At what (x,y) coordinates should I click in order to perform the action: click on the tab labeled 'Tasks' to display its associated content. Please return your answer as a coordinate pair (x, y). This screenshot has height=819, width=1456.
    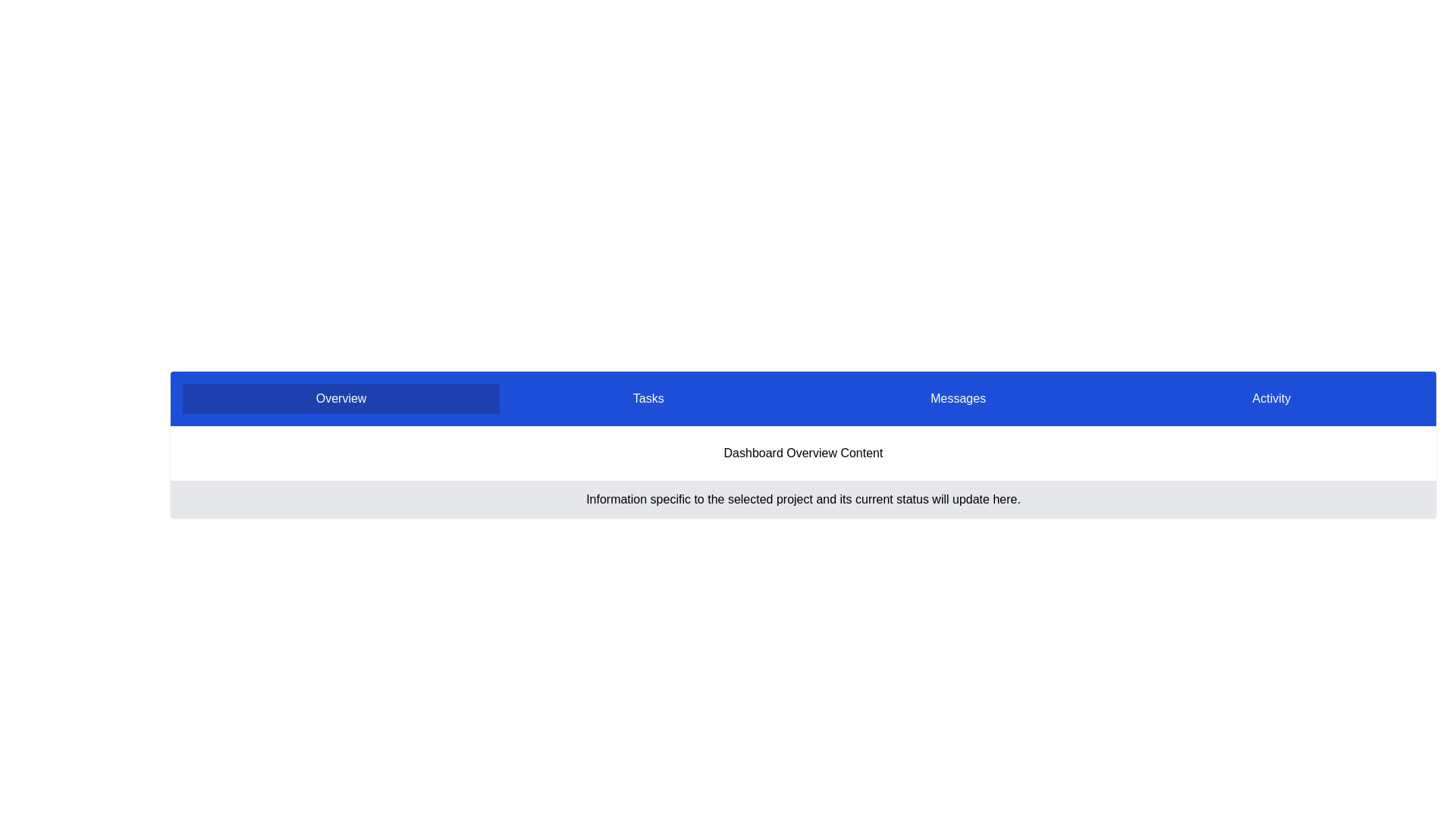
    Looking at the image, I should click on (648, 397).